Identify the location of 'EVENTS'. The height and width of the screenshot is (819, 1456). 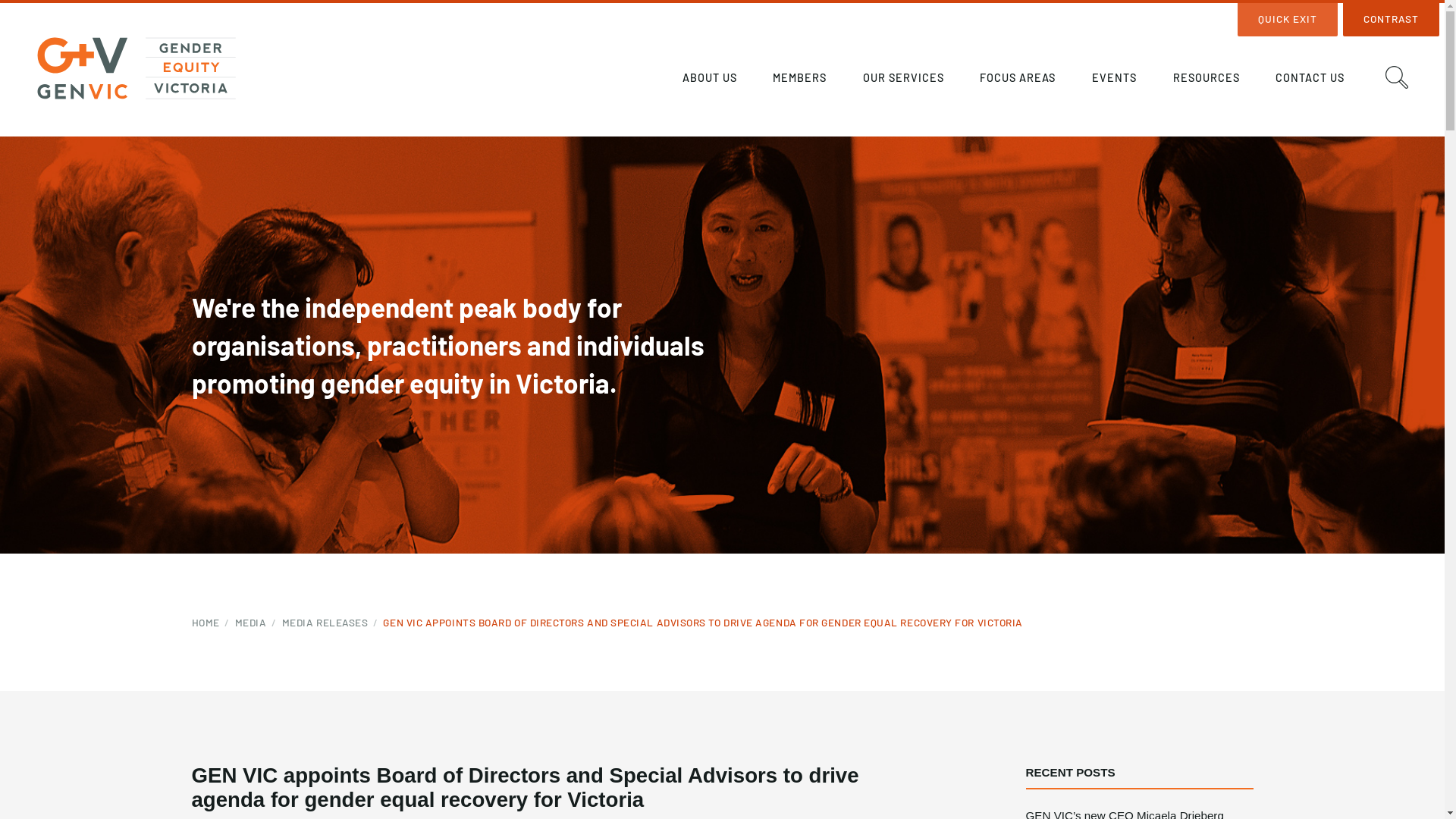
(1114, 80).